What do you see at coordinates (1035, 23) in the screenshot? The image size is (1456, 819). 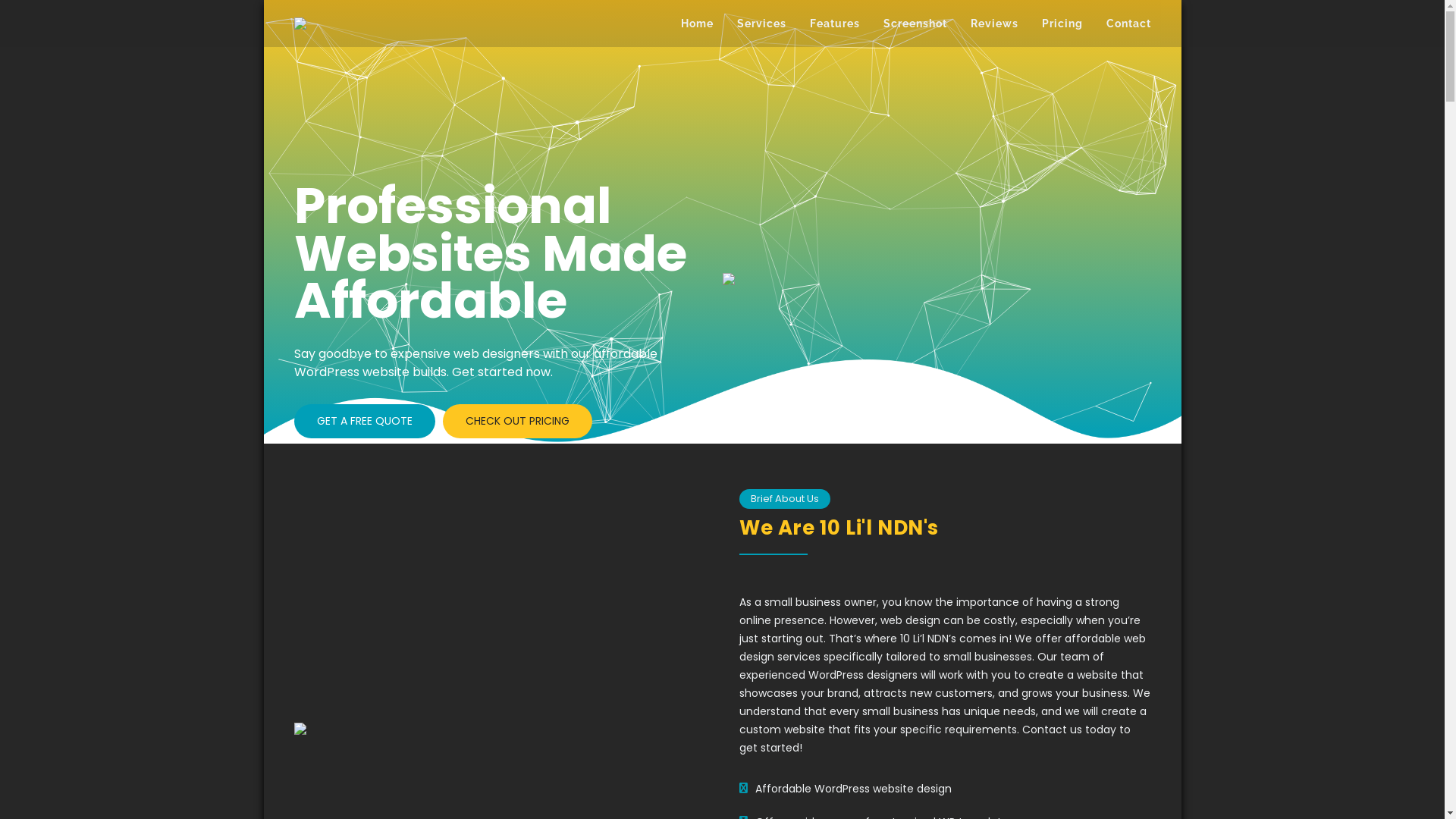 I see `'Pricing'` at bounding box center [1035, 23].